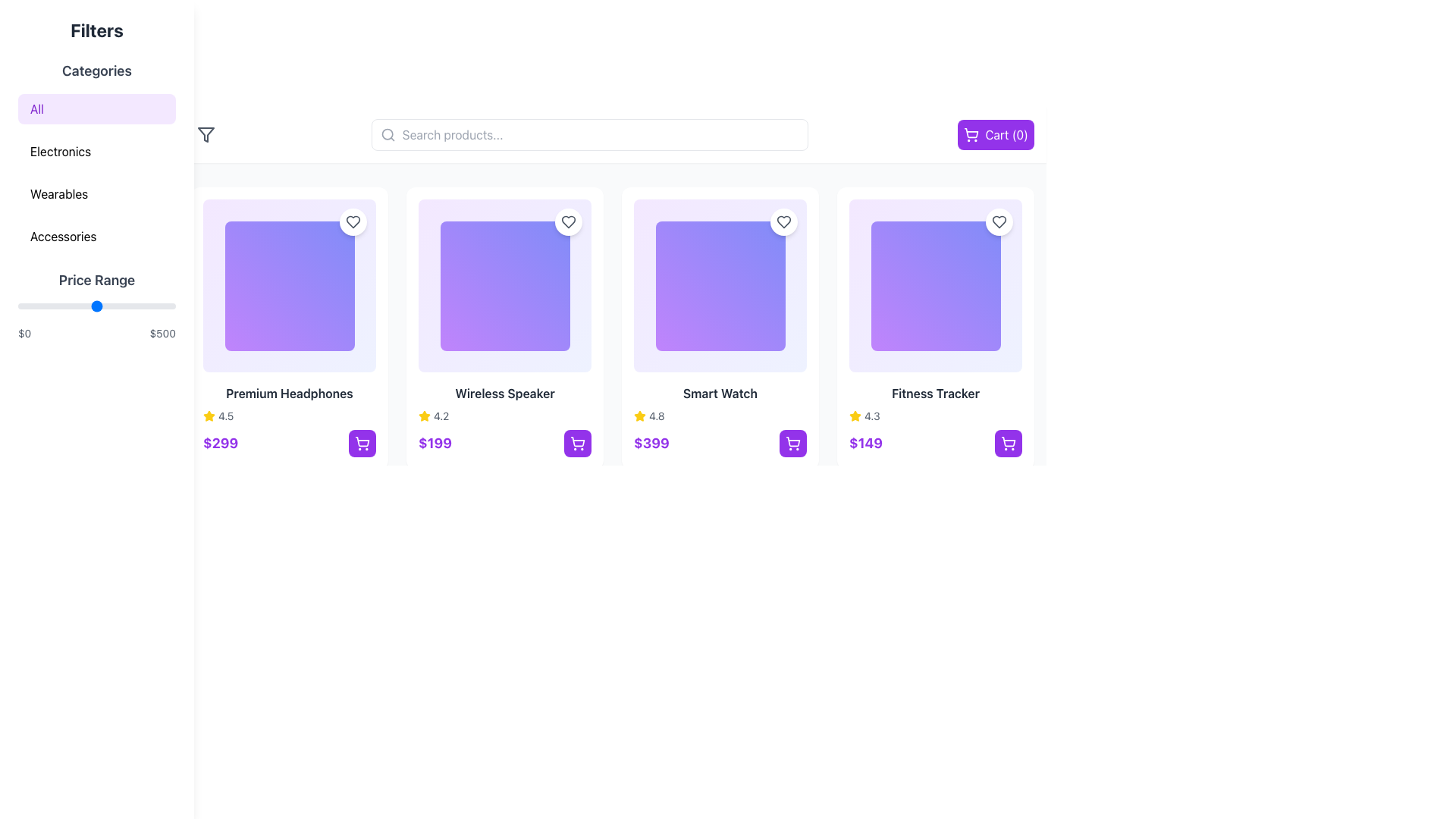 The width and height of the screenshot is (1456, 819). I want to click on the text component displaying the number '4.3' that is styled in gray color and is located next to the yellow star icon in the product card for 'Fitness Tracker', so click(872, 416).